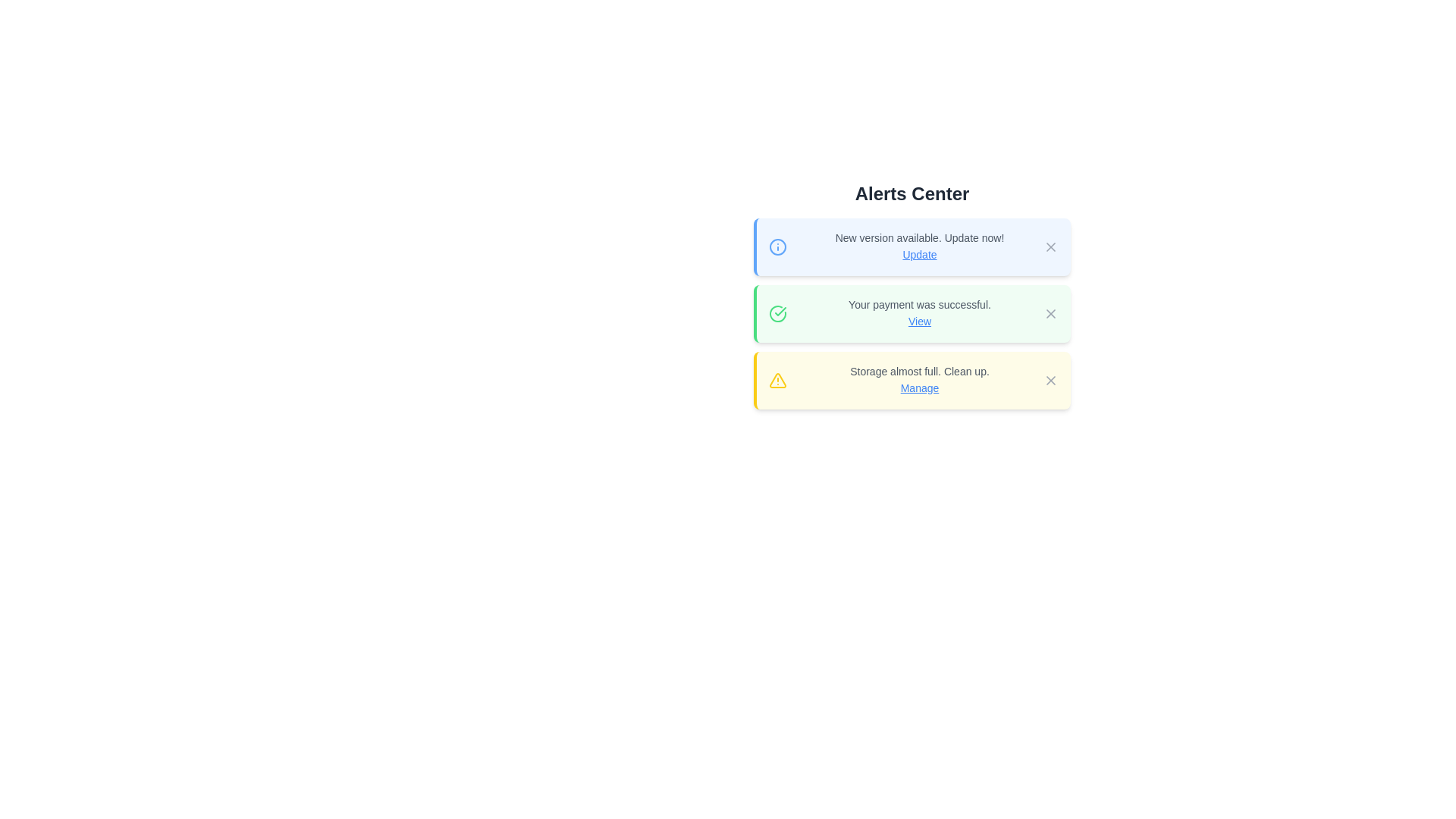 This screenshot has height=819, width=1456. I want to click on the informational Text label that indicates the successful completion of a payment process, located in the 'Alerts Center' section, specifically the second alert item, to the left of the 'View' link, so click(919, 304).